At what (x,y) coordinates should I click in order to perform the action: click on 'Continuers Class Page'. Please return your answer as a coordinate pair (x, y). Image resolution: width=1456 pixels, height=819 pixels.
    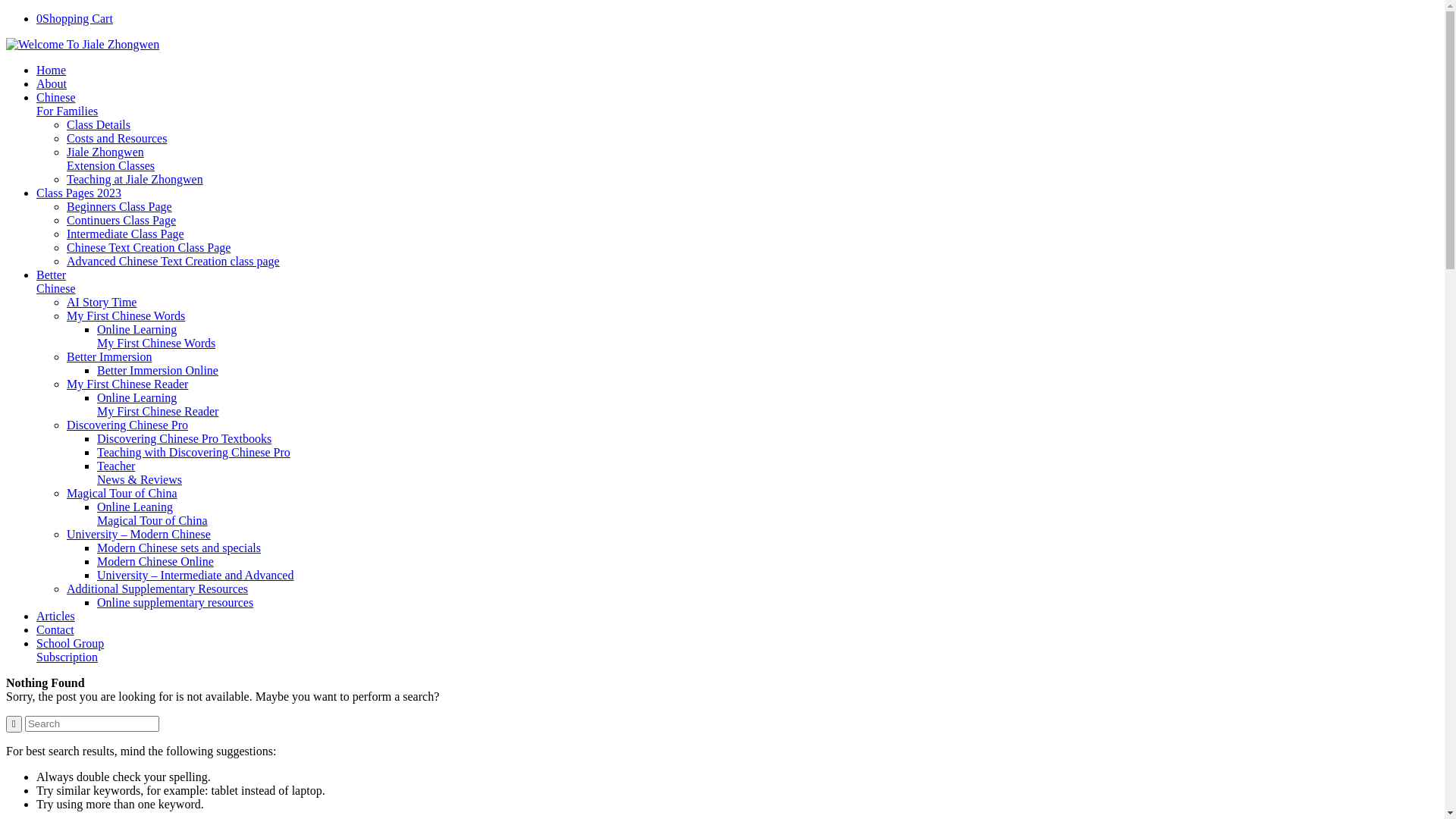
    Looking at the image, I should click on (65, 220).